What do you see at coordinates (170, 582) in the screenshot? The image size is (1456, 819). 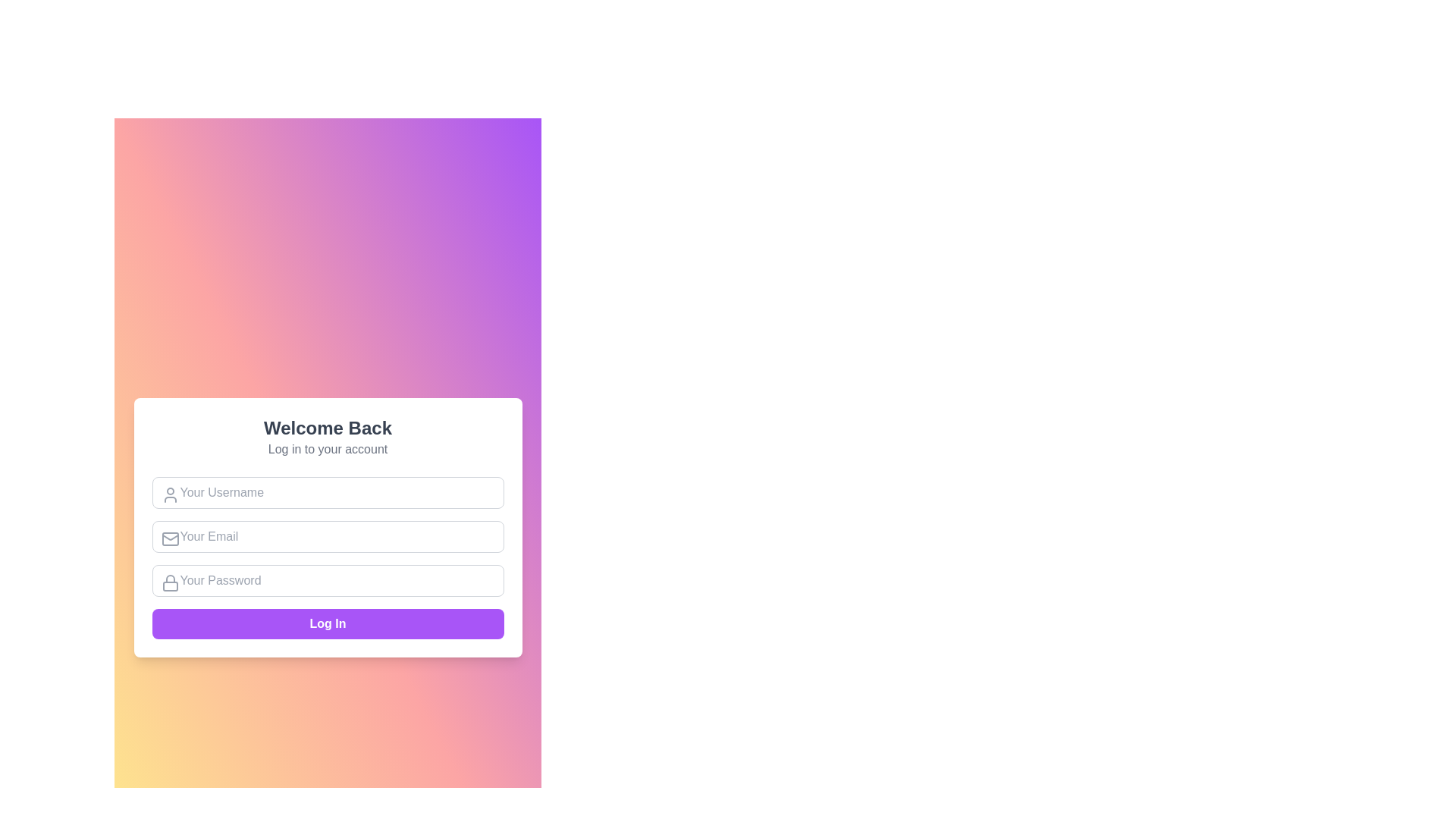 I see `the SVG lock icon styled with 'text-gray-400', located to the left of the 'Your Password' input field` at bounding box center [170, 582].